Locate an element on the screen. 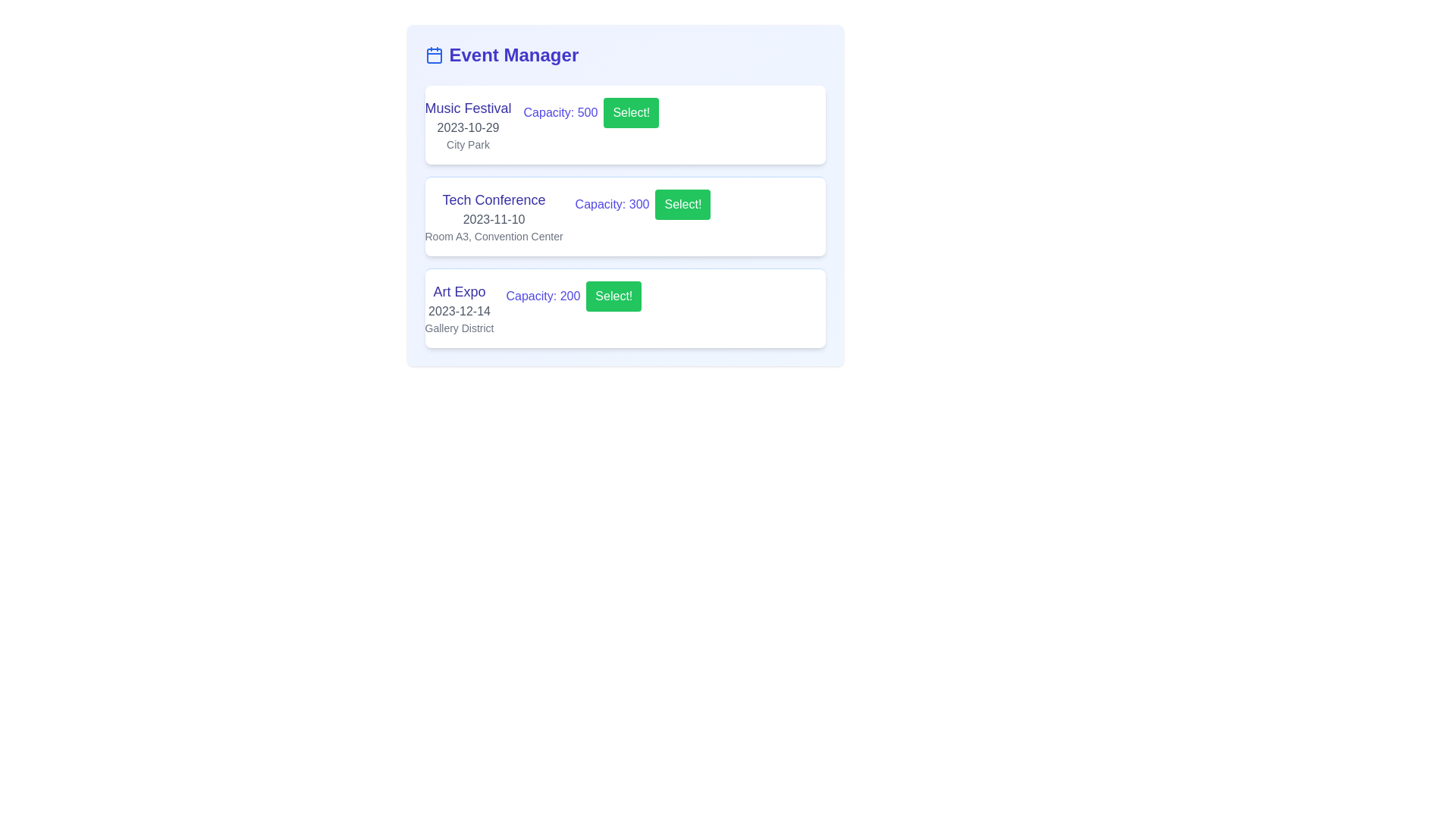 The image size is (1456, 819). the date information displayed in gray font, '2023-11-10', positioned below the heading 'Tech Conference' is located at coordinates (494, 219).